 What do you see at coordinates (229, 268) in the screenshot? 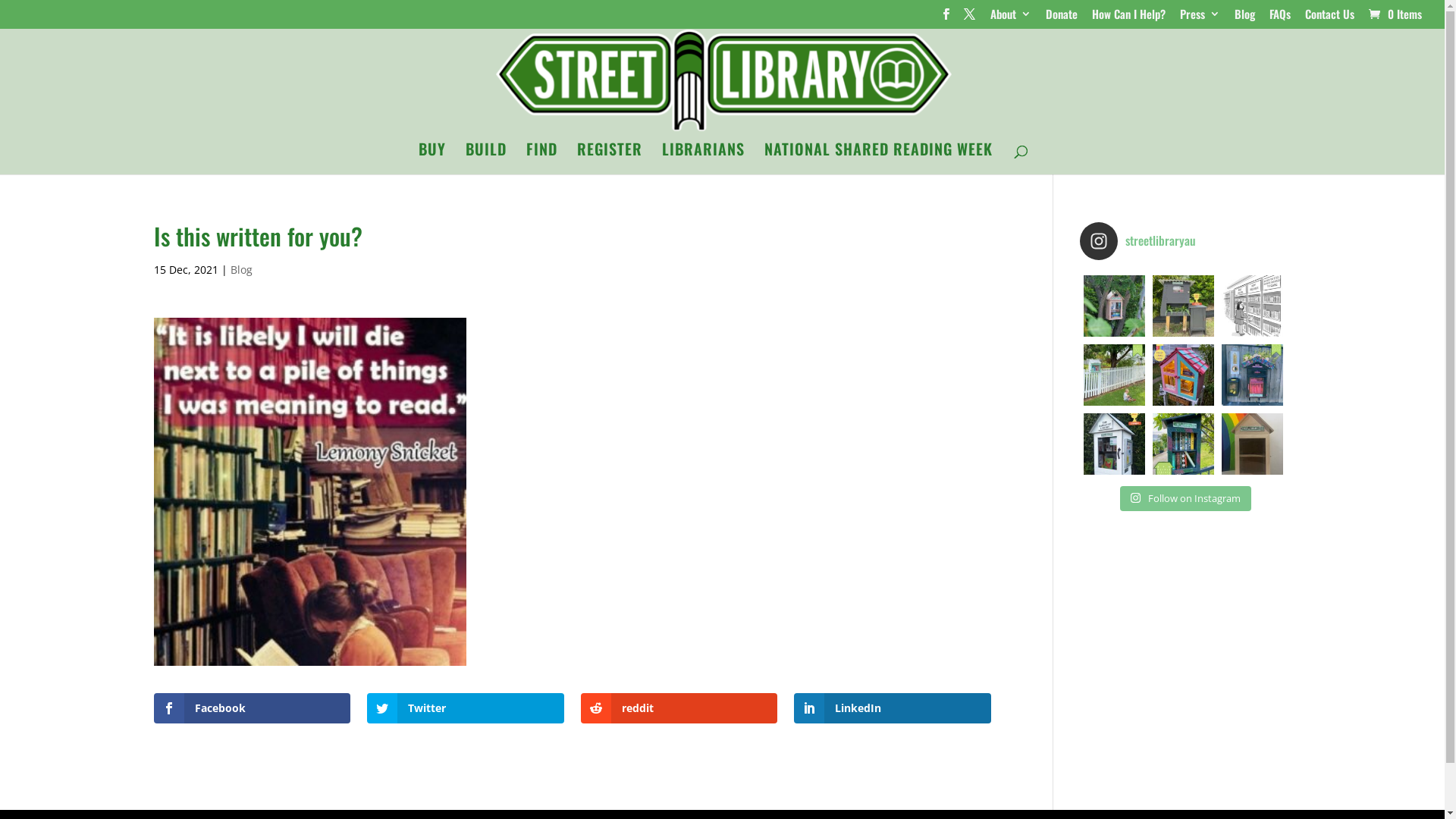
I see `'Blog'` at bounding box center [229, 268].